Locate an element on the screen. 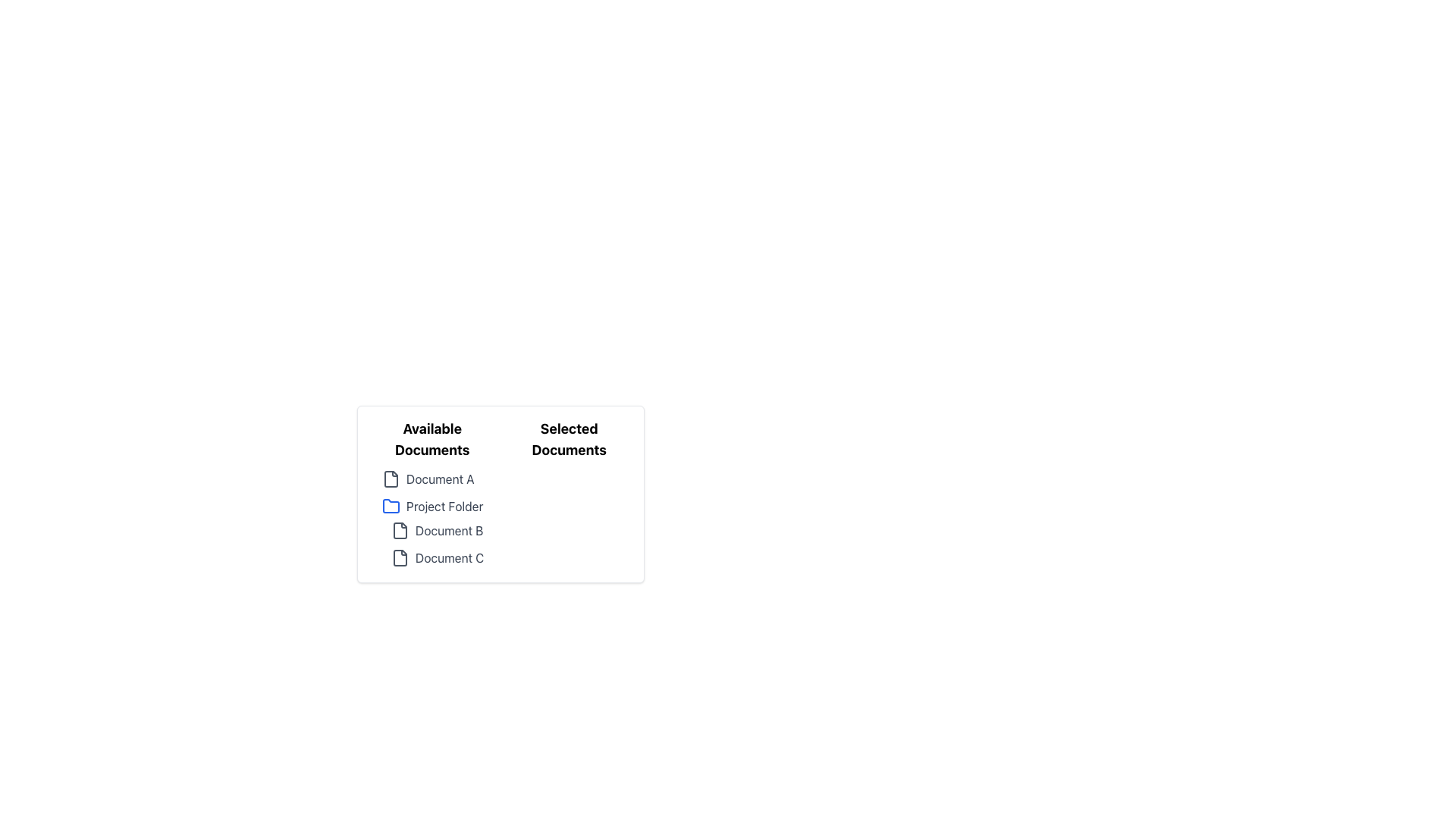  the text label 'Project Folder' which is the second item in the 'Available Documents' section, positioned to the right of the blue folder icon is located at coordinates (444, 506).